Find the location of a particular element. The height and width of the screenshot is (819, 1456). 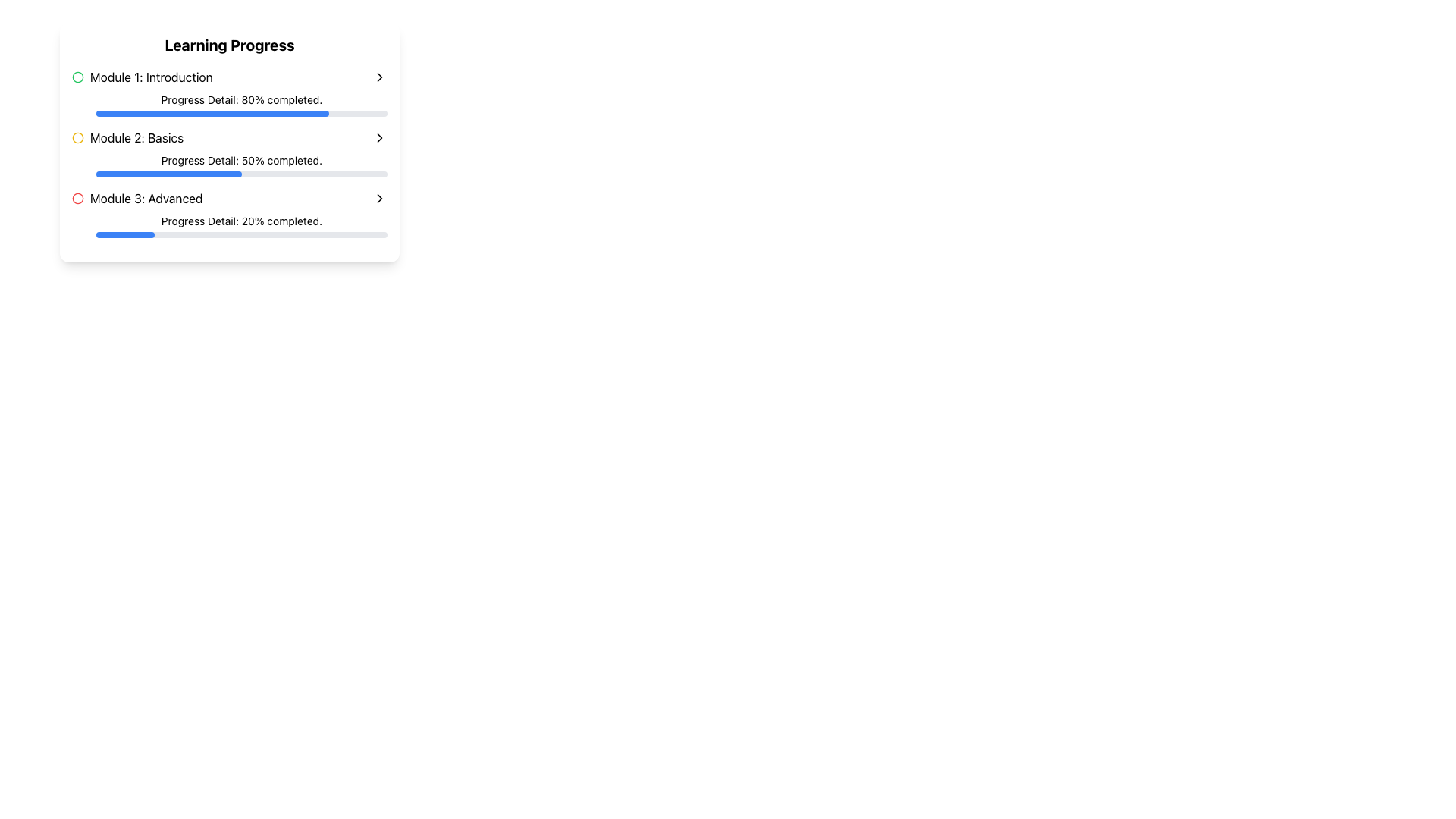

the circular status indicator located to the left of the 'Module 3: Advanced' label in the Learning Progress section is located at coordinates (77, 197).